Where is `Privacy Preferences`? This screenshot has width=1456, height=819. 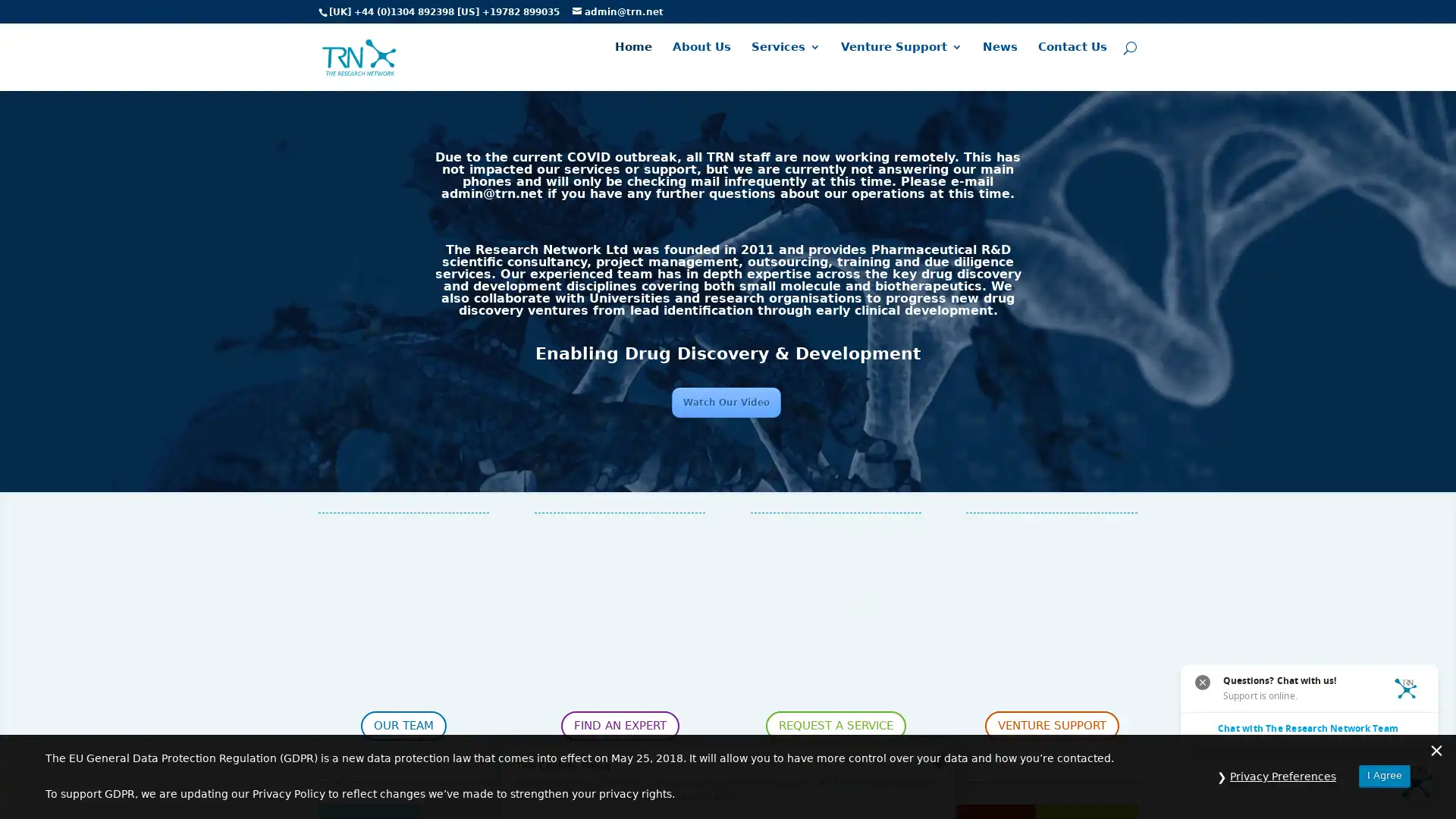 Privacy Preferences is located at coordinates (1282, 776).